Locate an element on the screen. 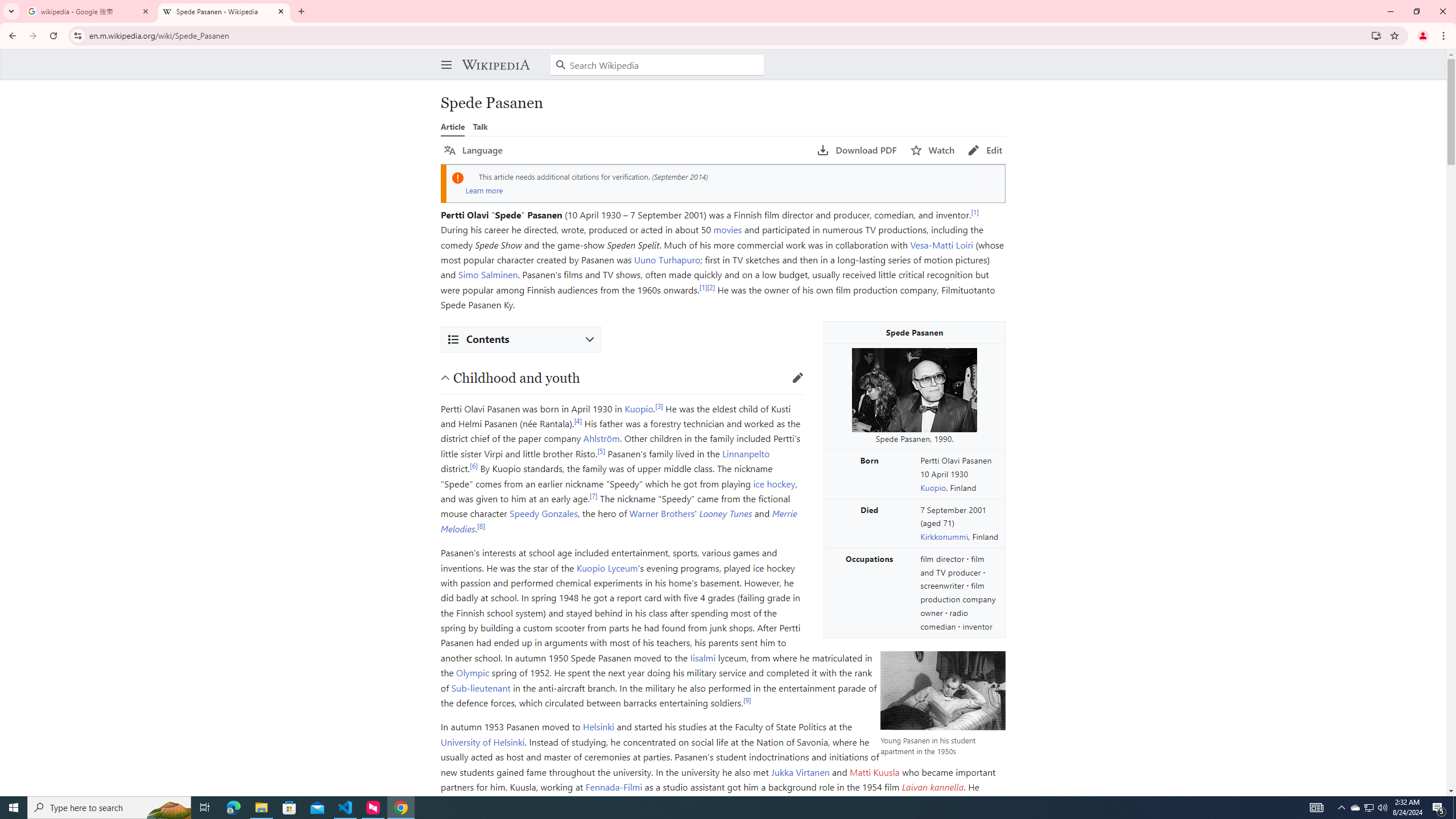 This screenshot has height=819, width=1456. 'Iisalmi' is located at coordinates (702, 656).